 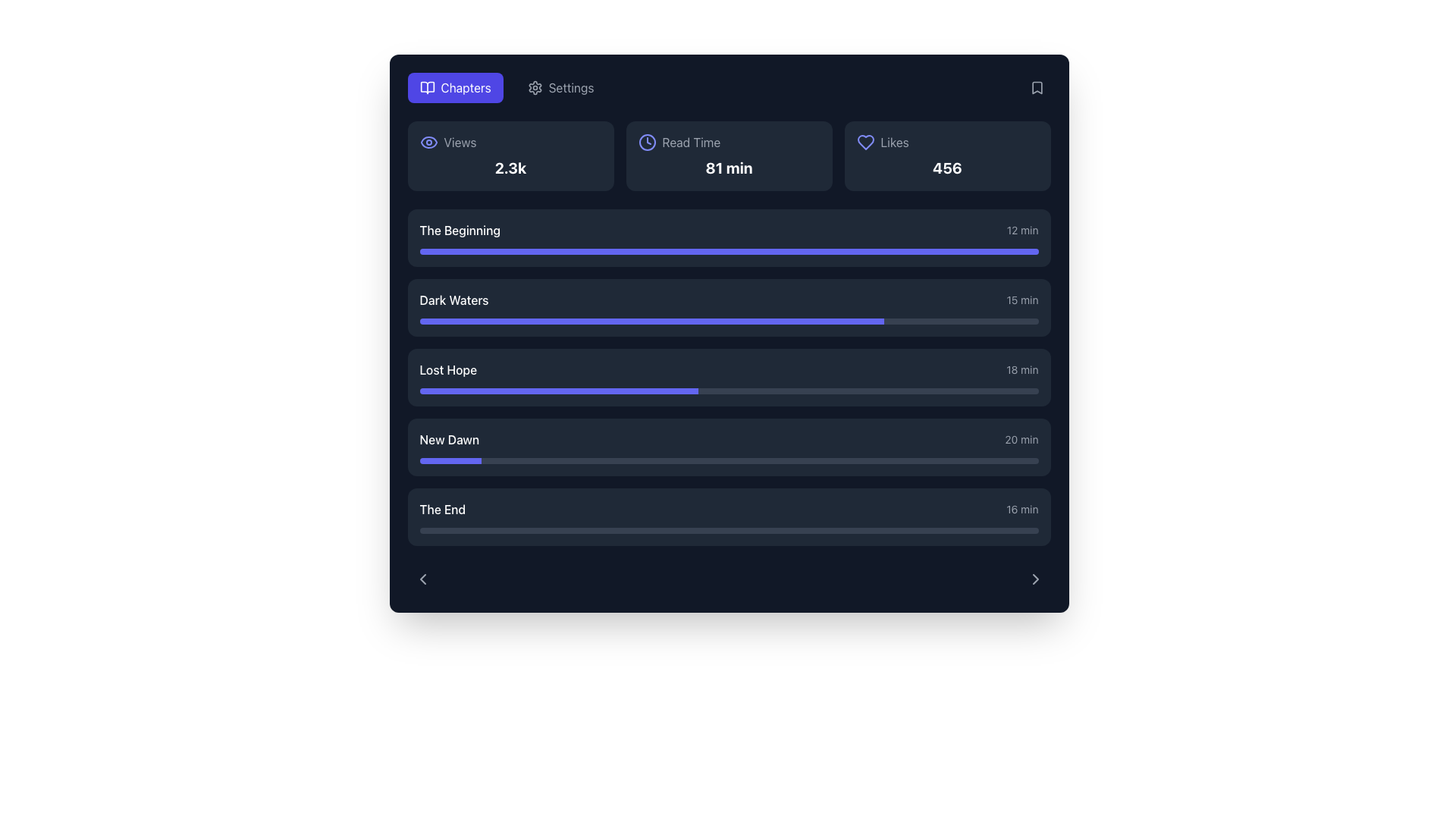 What do you see at coordinates (729, 321) in the screenshot?
I see `the progress bar representing the task completion for 'Dark Waters', located below the text 'Dark Waters' and '15 min'` at bounding box center [729, 321].